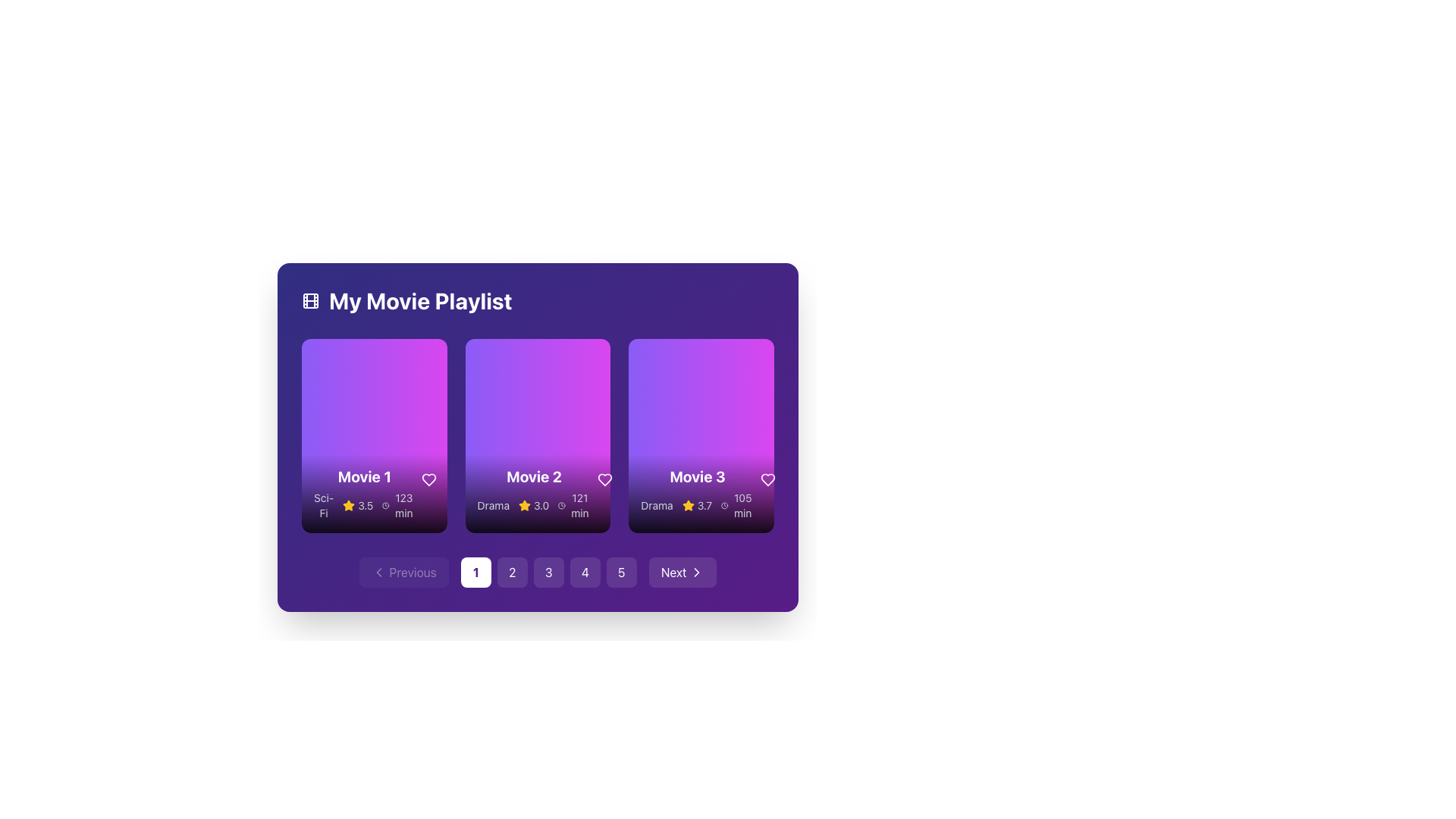 The width and height of the screenshot is (1456, 819). I want to click on the left-pointing chevron icon within the button located at the bottom-left corner of the interface, so click(378, 573).